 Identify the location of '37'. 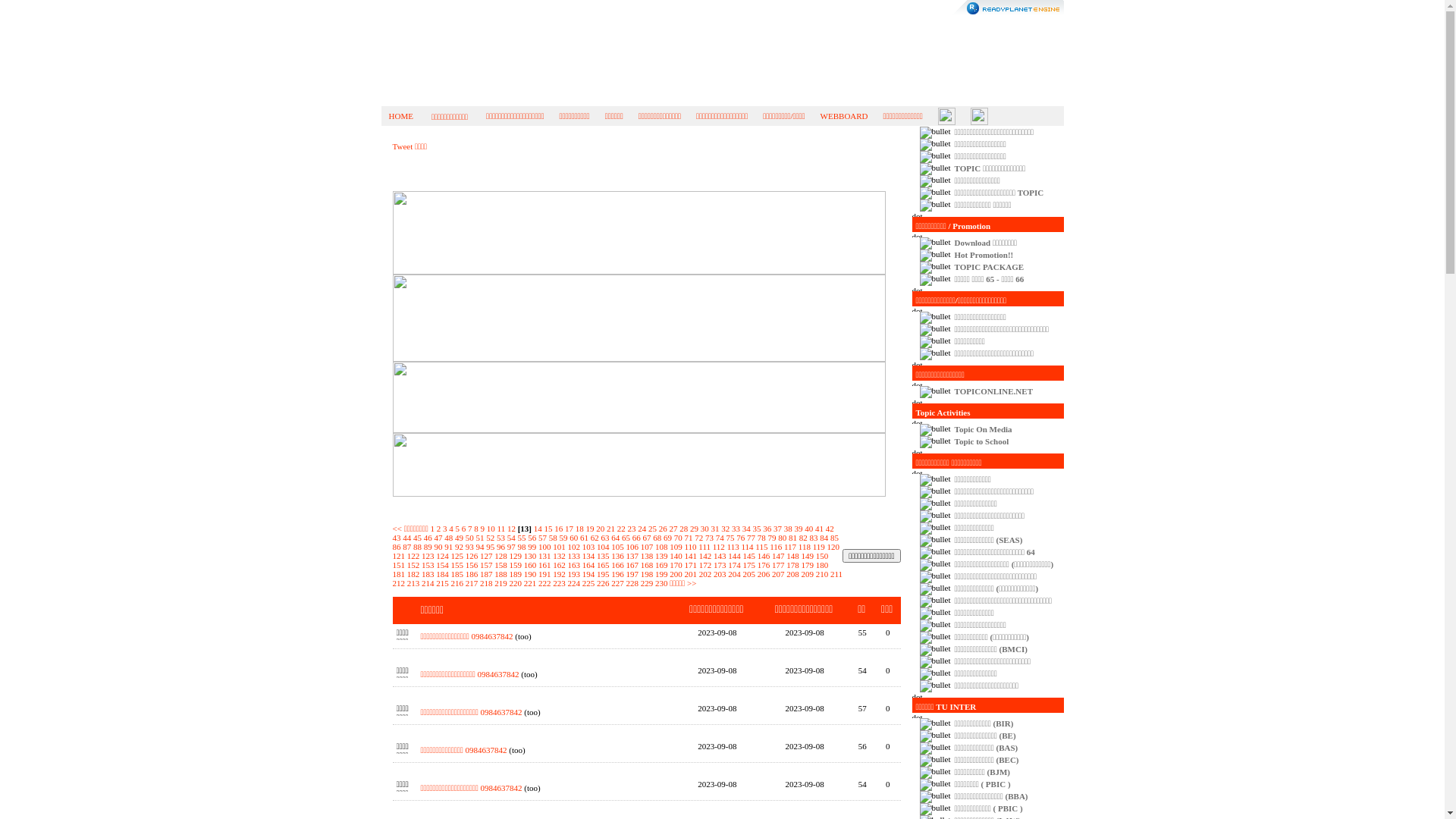
(773, 528).